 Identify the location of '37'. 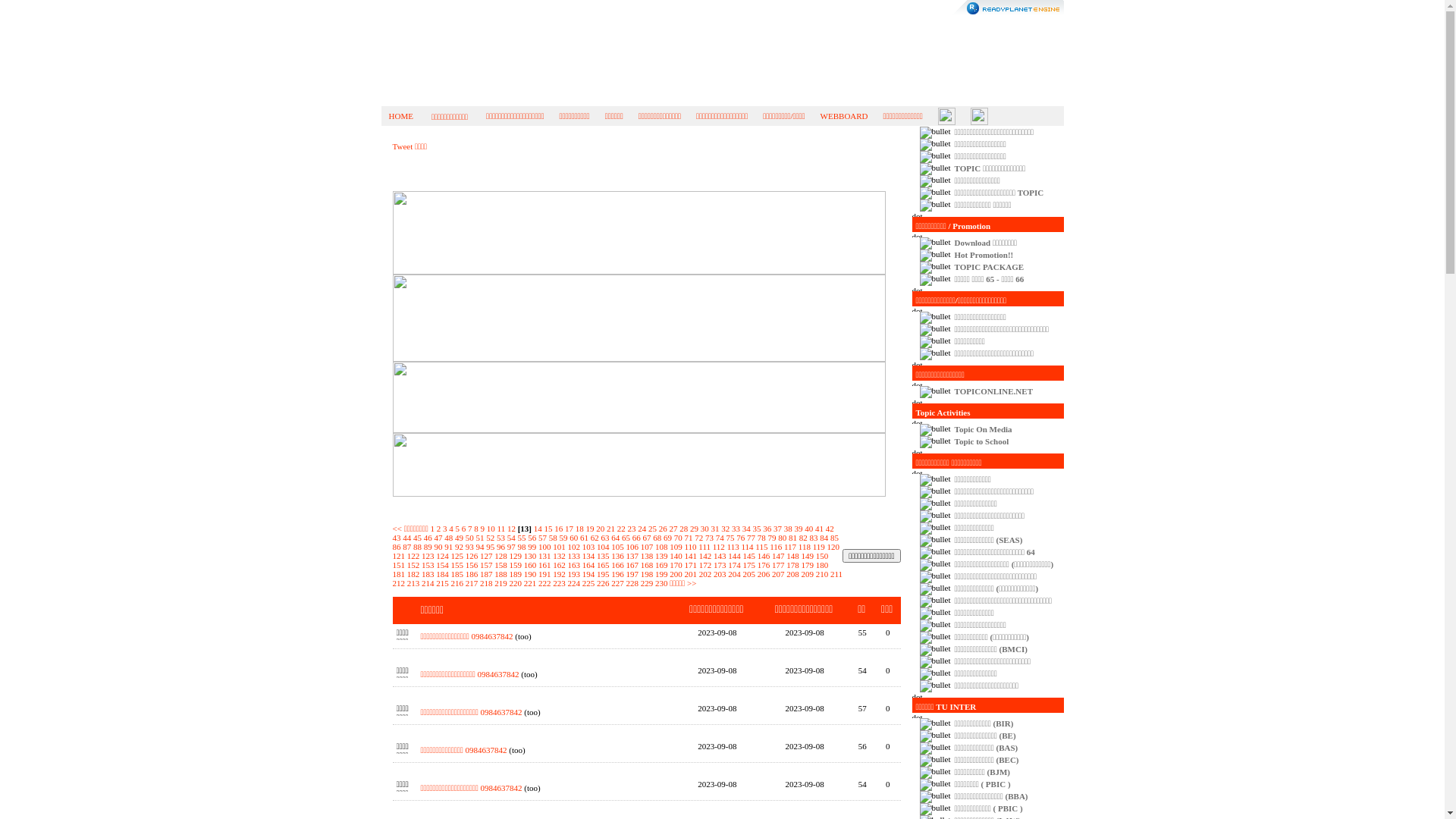
(773, 528).